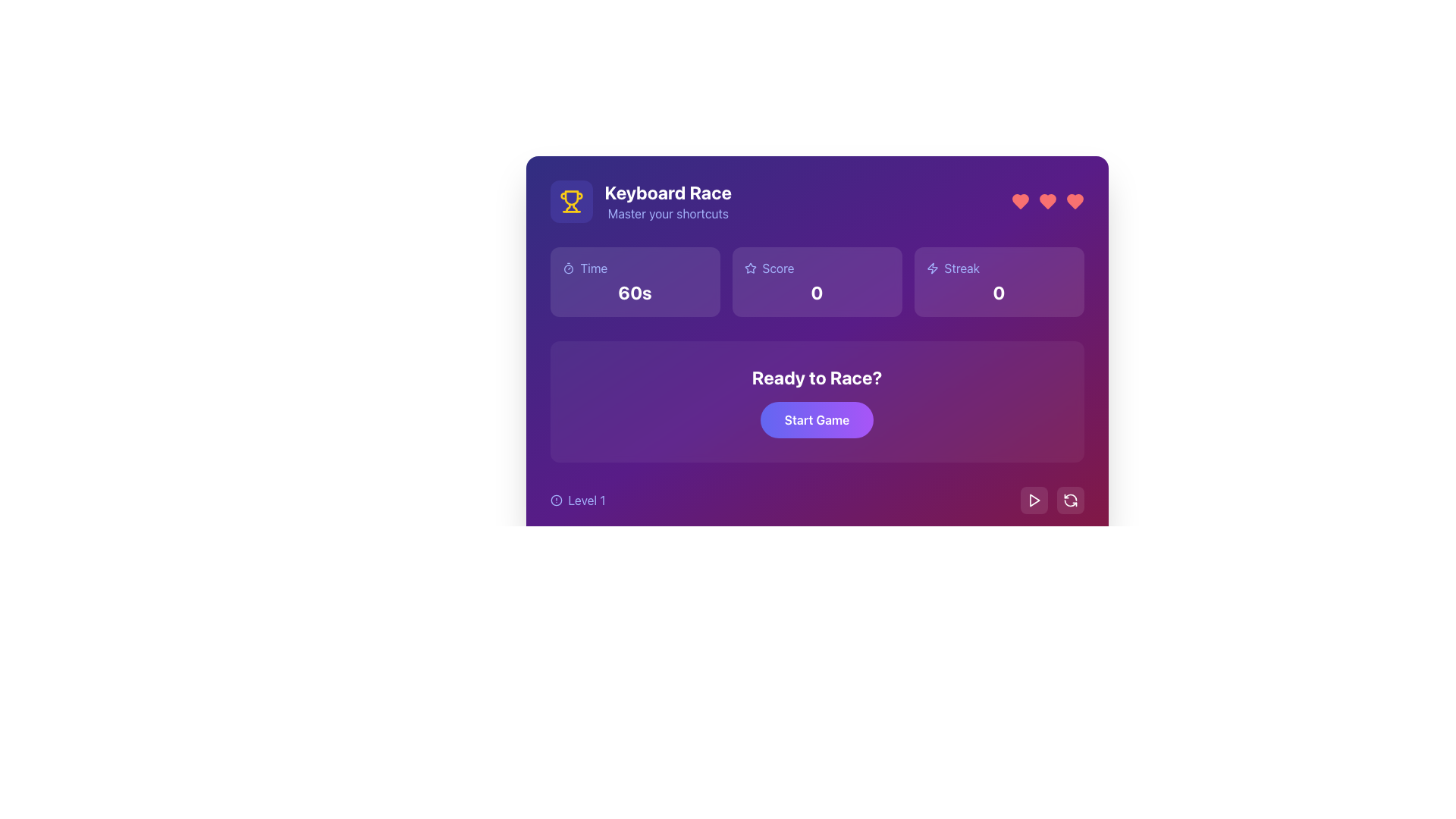 This screenshot has width=1456, height=819. What do you see at coordinates (1069, 500) in the screenshot?
I see `the refresh/reset button, which is the second rounded icon at the bottom-right corner of the purple interface, next to the triangular play button` at bounding box center [1069, 500].